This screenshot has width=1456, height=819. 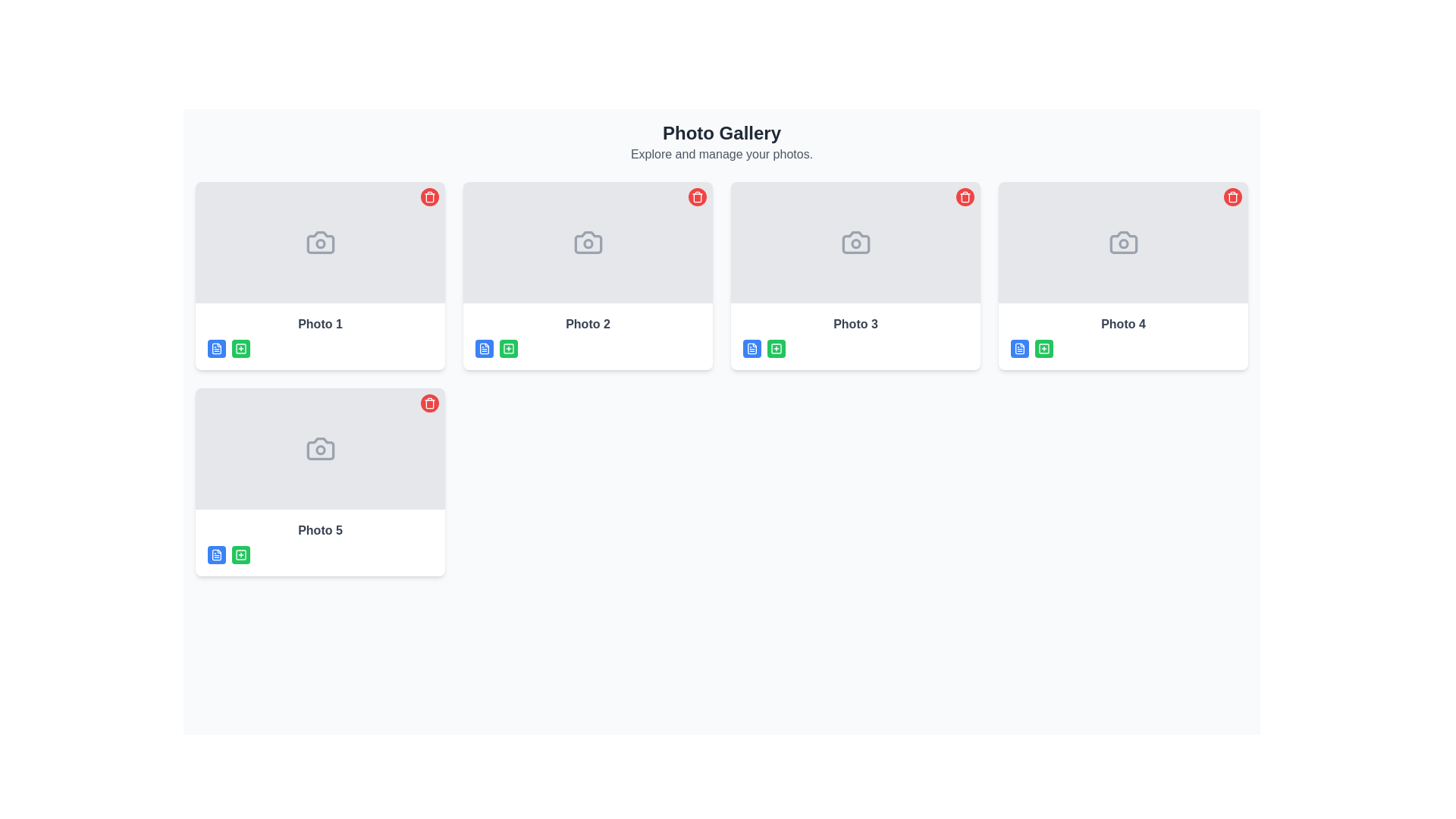 What do you see at coordinates (1043, 348) in the screenshot?
I see `the rectangular shape with rounded corners located in the top-right region of the photo gallery layout, specifically aligned with 'Photo 4'` at bounding box center [1043, 348].